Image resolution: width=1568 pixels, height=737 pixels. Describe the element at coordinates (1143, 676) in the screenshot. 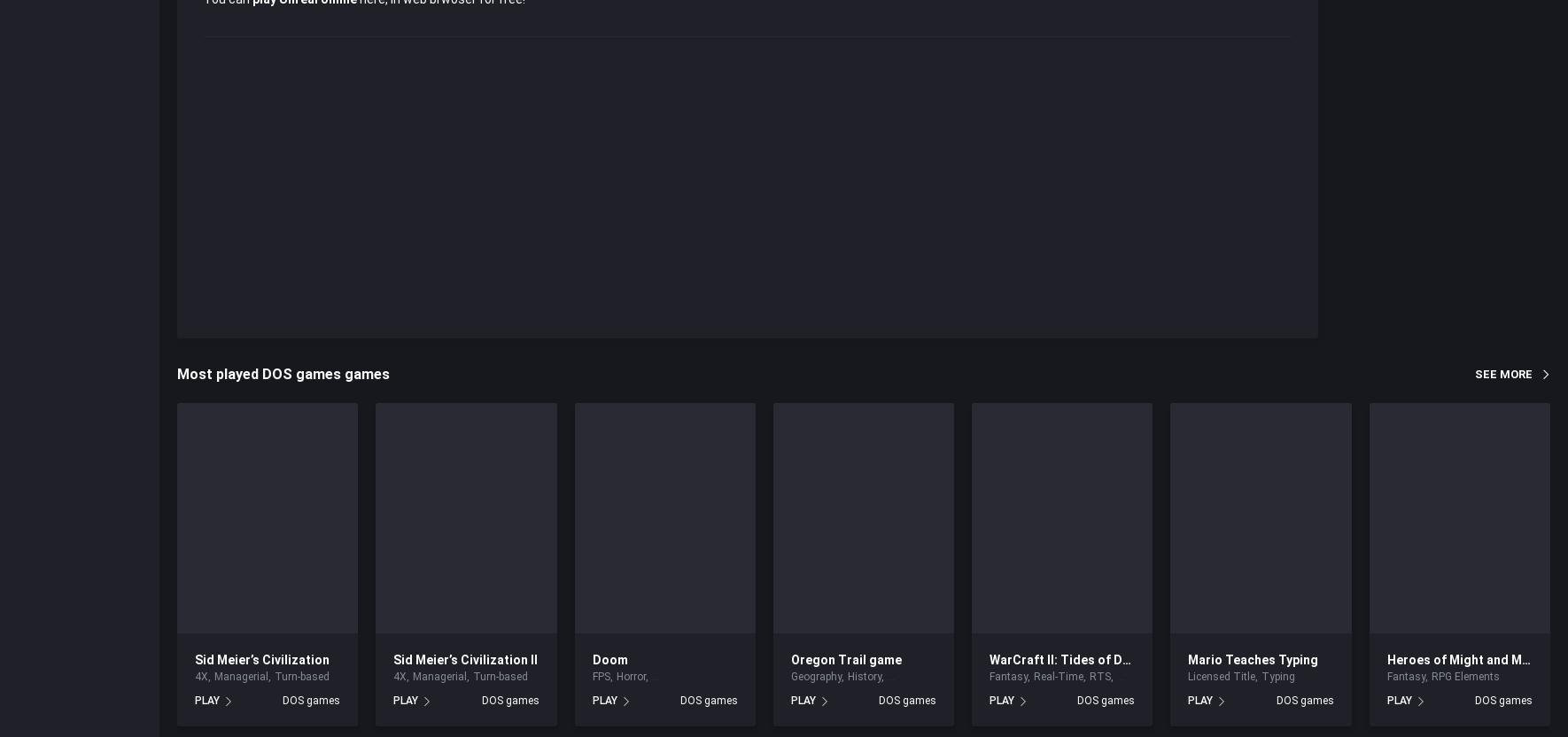

I see `'Steampunk'` at that location.